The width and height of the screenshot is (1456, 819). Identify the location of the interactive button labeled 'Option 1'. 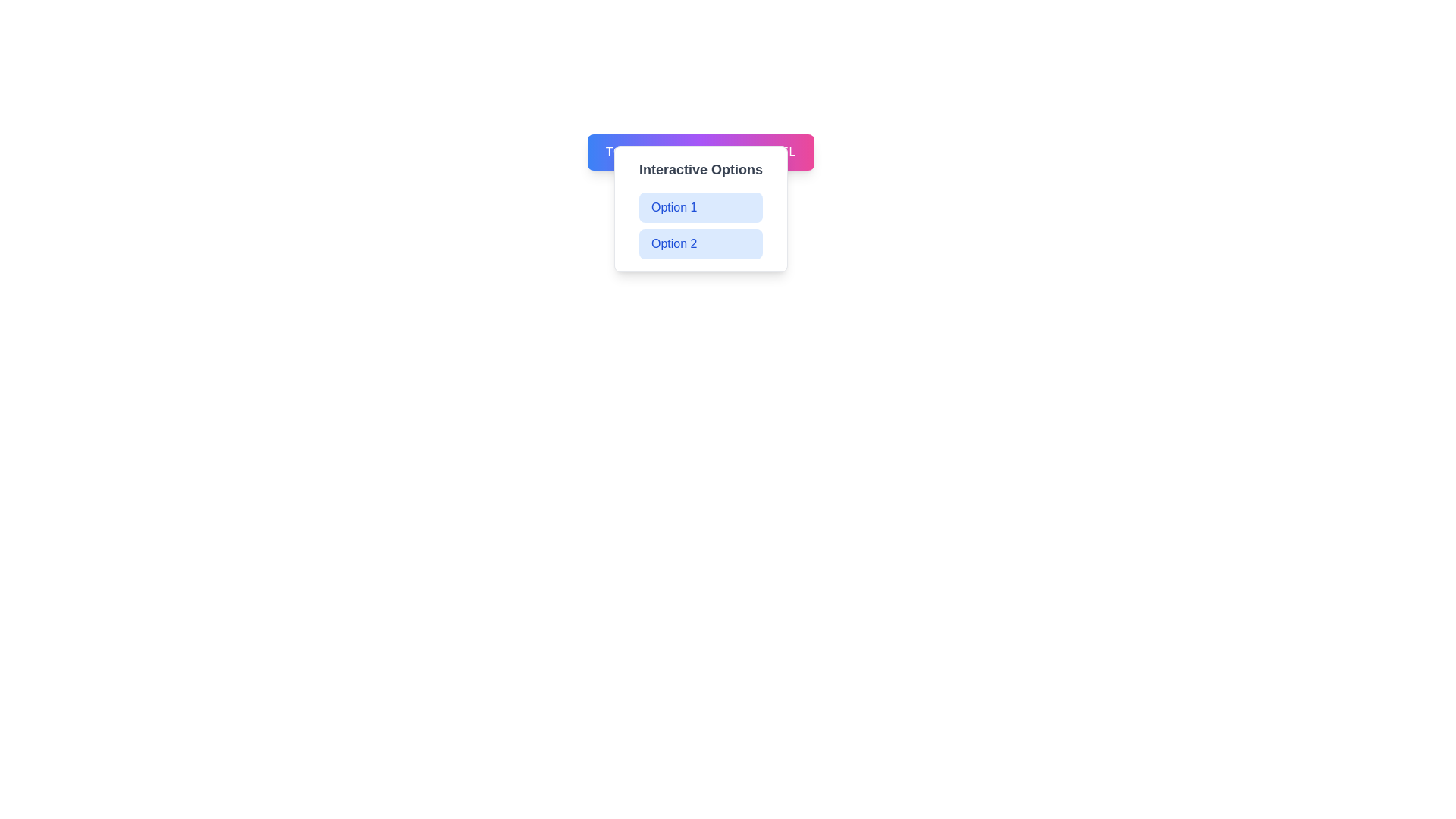
(700, 207).